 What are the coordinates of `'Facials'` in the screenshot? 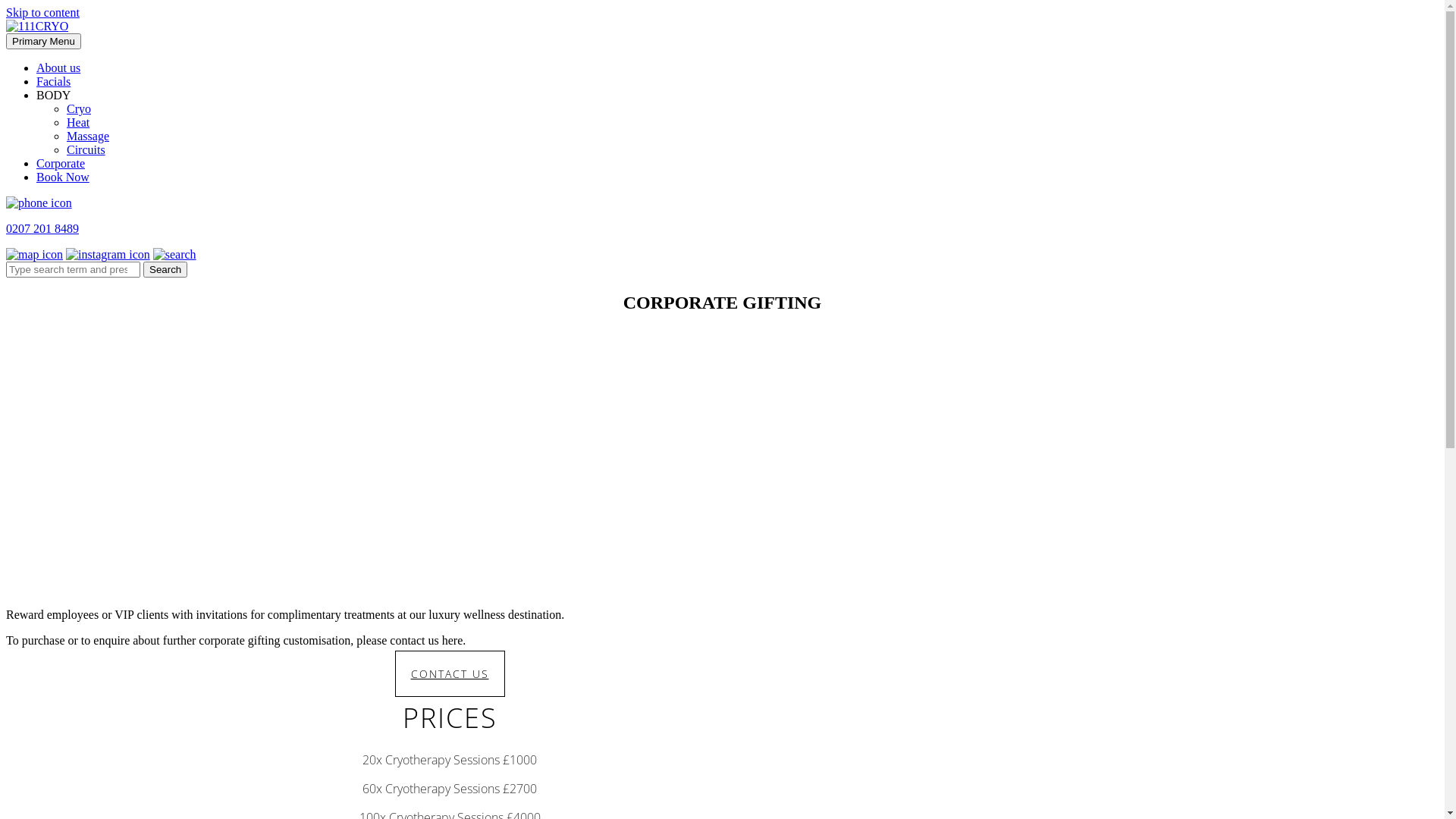 It's located at (53, 81).